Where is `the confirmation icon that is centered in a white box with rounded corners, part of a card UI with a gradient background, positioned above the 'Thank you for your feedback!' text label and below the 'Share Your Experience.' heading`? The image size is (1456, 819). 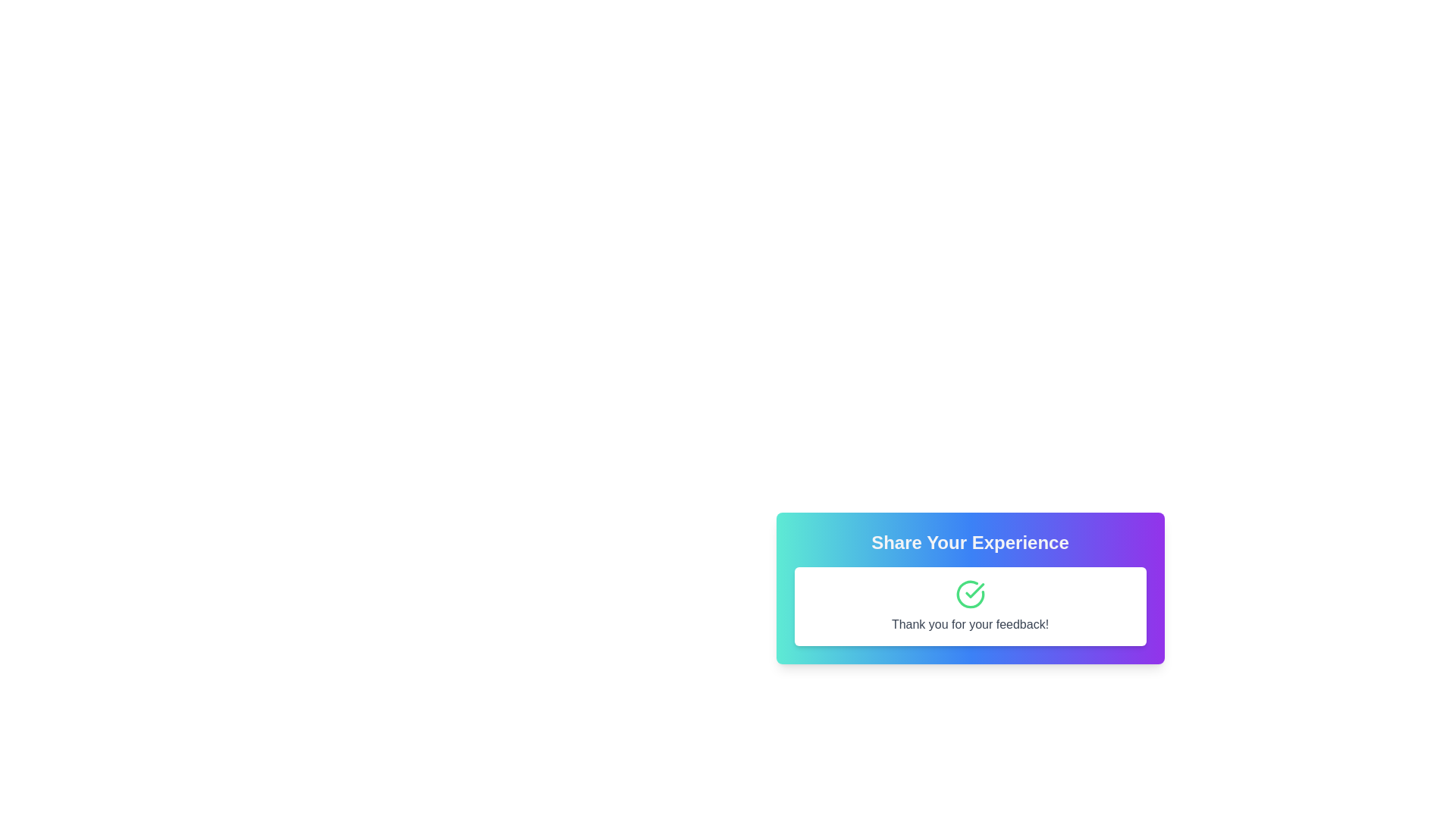 the confirmation icon that is centered in a white box with rounded corners, part of a card UI with a gradient background, positioned above the 'Thank you for your feedback!' text label and below the 'Share Your Experience.' heading is located at coordinates (969, 593).